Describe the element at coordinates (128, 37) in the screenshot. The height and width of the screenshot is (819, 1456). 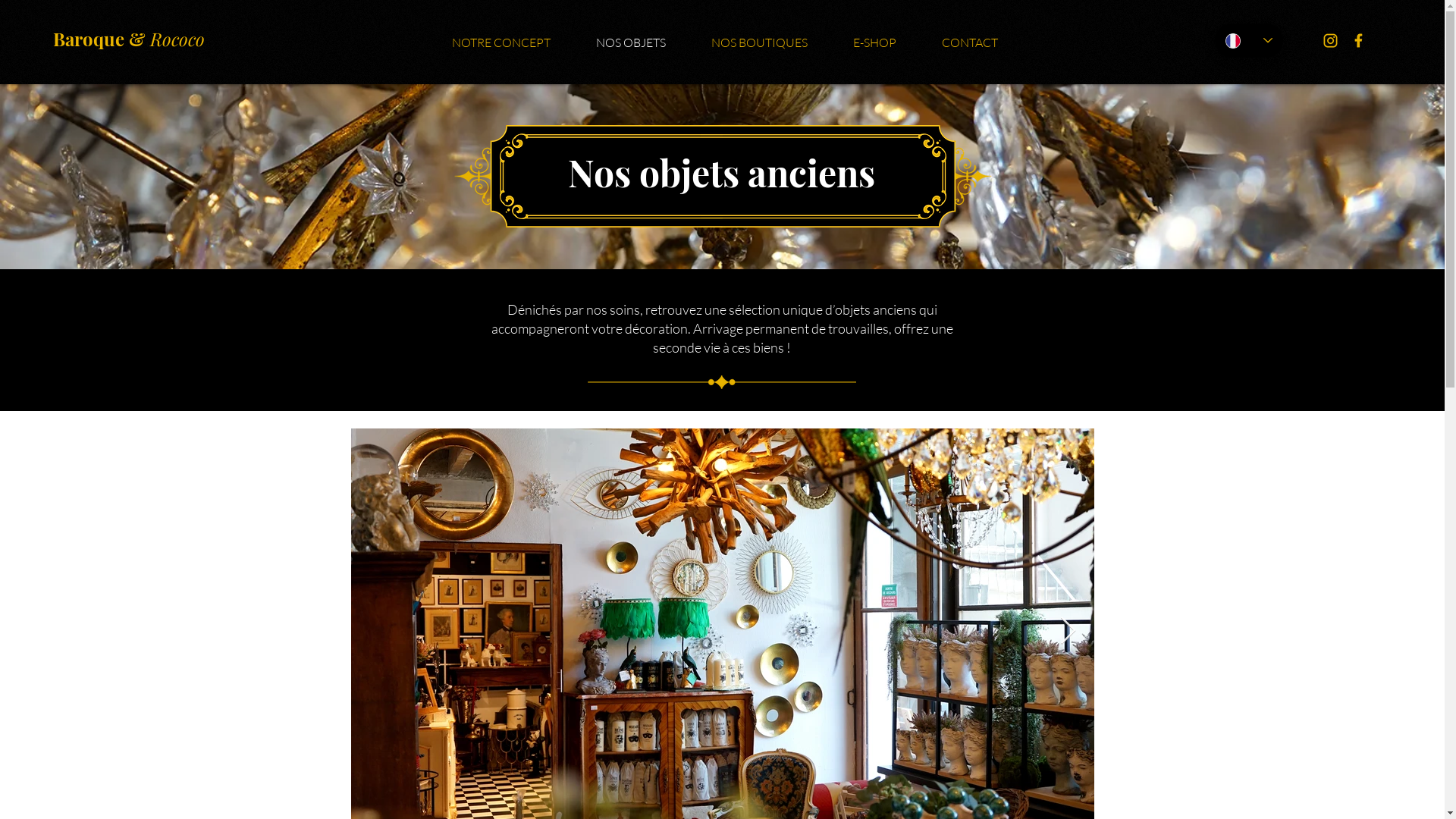
I see `'Baroque & Rococo'` at that location.